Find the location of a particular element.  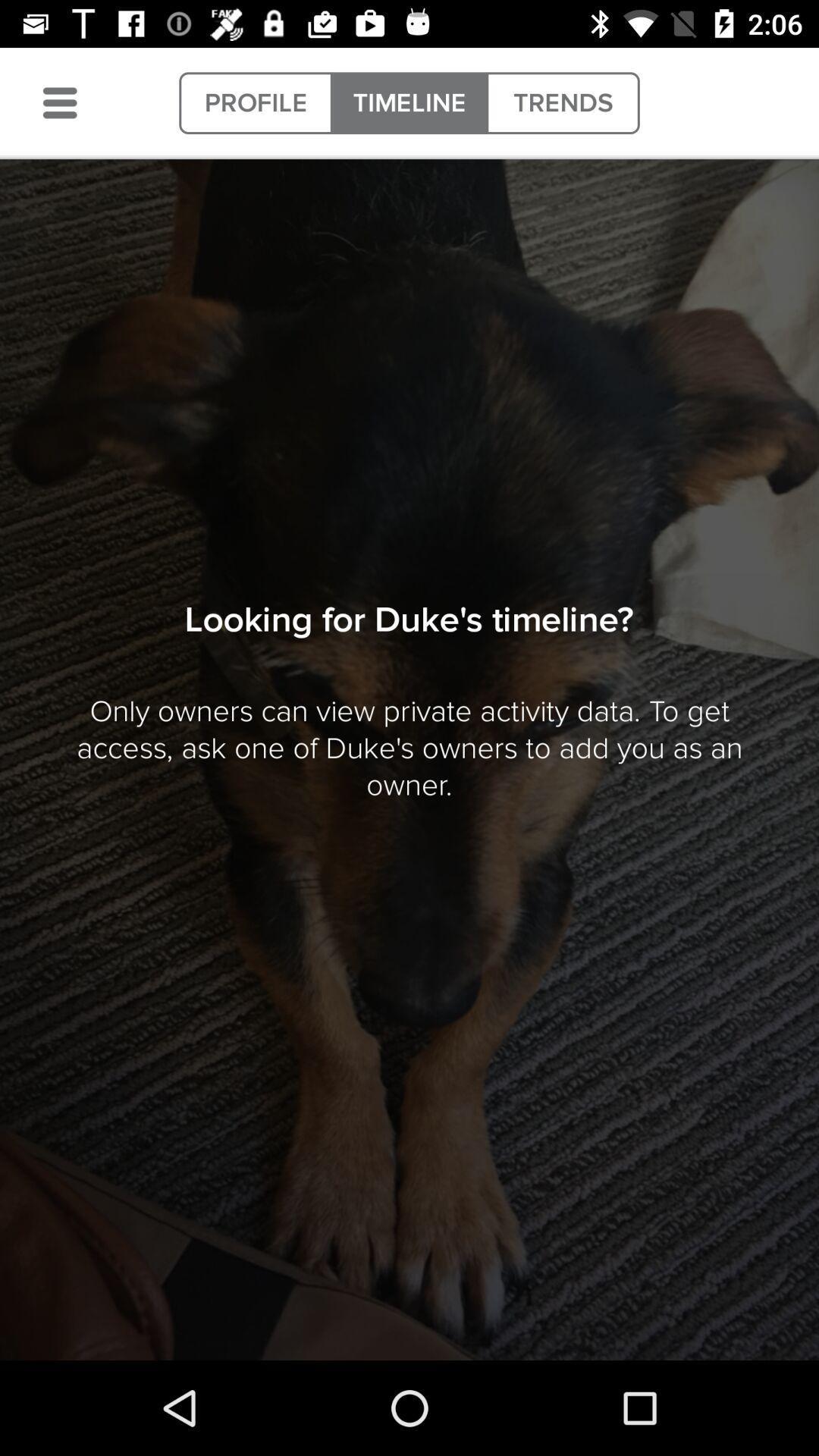

the trends item is located at coordinates (563, 102).